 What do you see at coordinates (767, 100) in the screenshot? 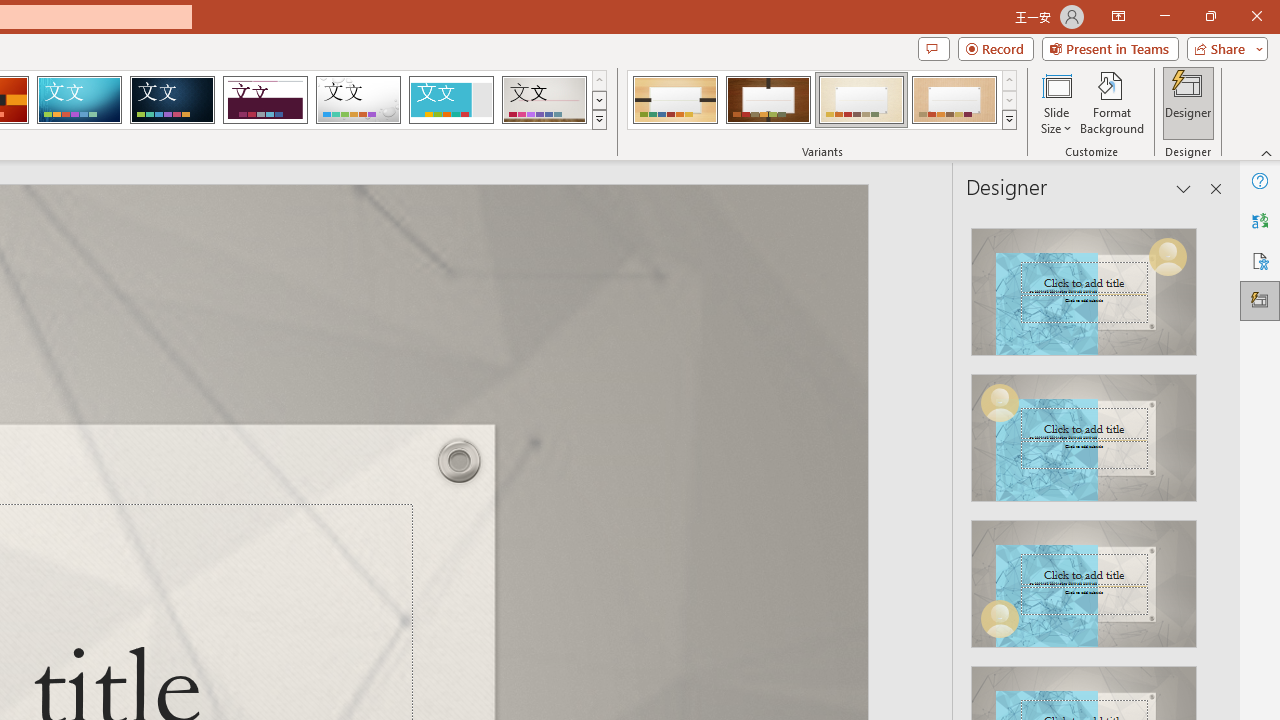
I see `'Organic Variant 2'` at bounding box center [767, 100].